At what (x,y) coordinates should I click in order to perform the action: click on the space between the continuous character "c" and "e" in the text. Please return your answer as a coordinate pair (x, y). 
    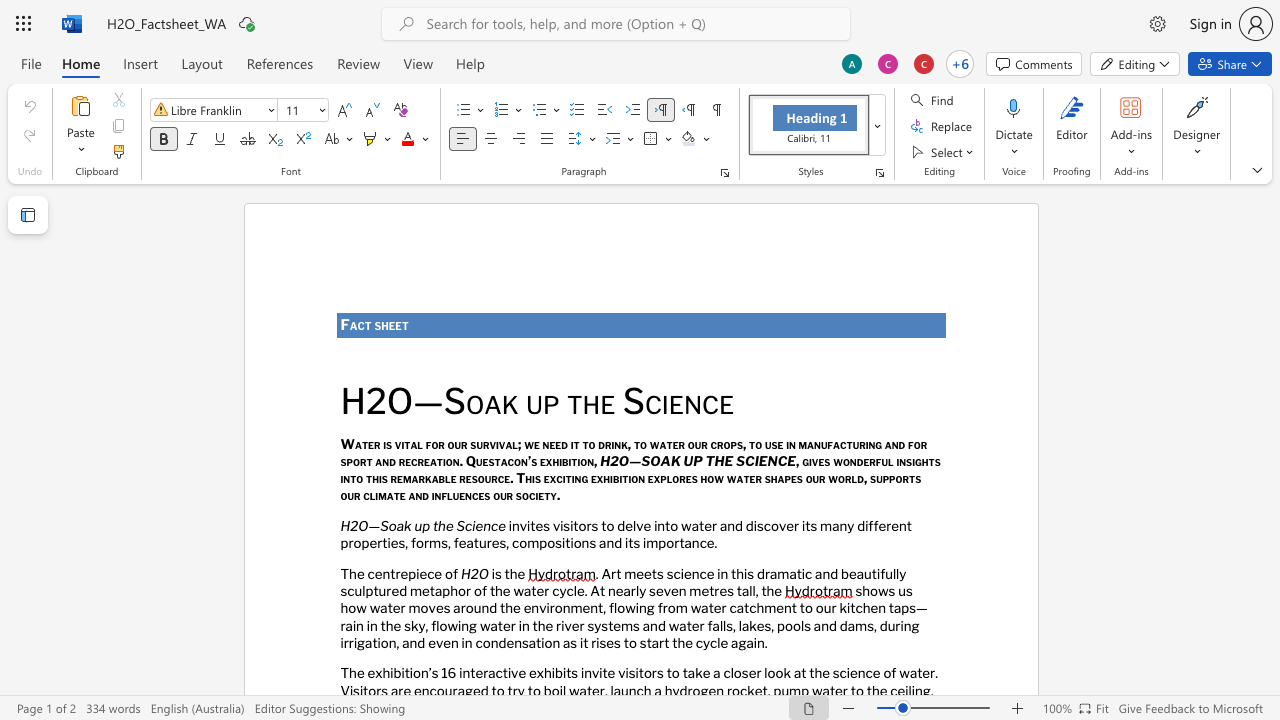
    Looking at the image, I should click on (718, 402).